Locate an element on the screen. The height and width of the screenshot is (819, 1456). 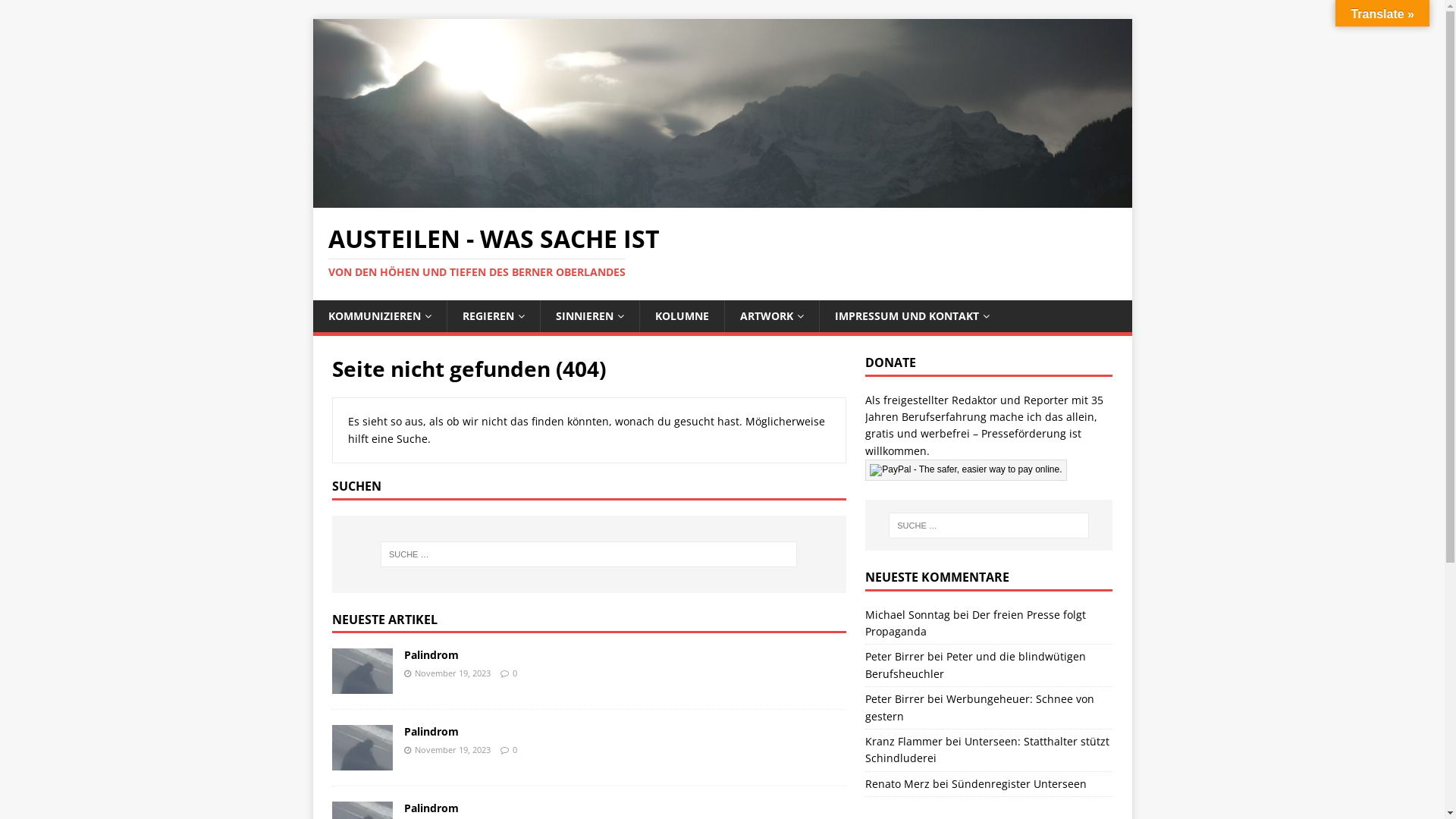
'0' is located at coordinates (514, 748).